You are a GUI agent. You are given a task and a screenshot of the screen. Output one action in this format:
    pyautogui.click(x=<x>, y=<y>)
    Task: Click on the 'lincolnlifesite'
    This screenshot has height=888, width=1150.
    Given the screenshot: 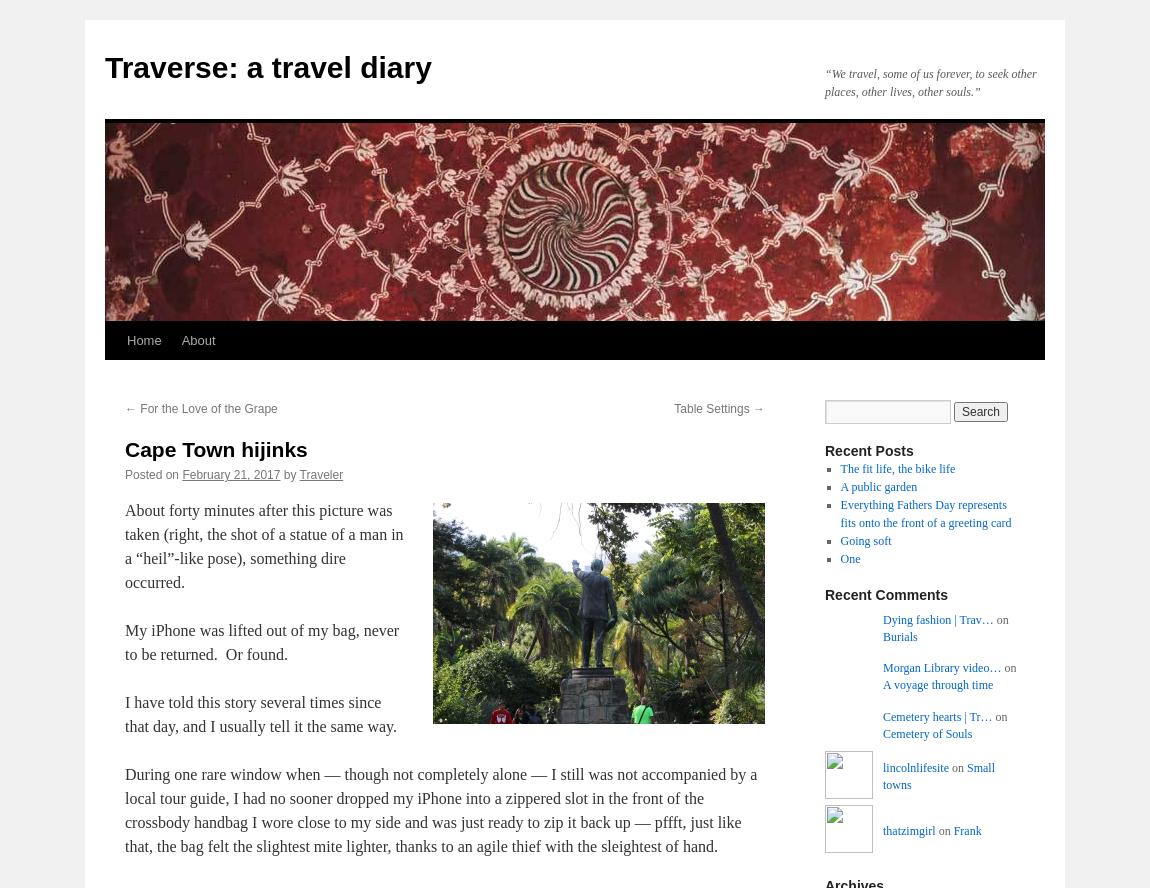 What is the action you would take?
    pyautogui.click(x=915, y=767)
    